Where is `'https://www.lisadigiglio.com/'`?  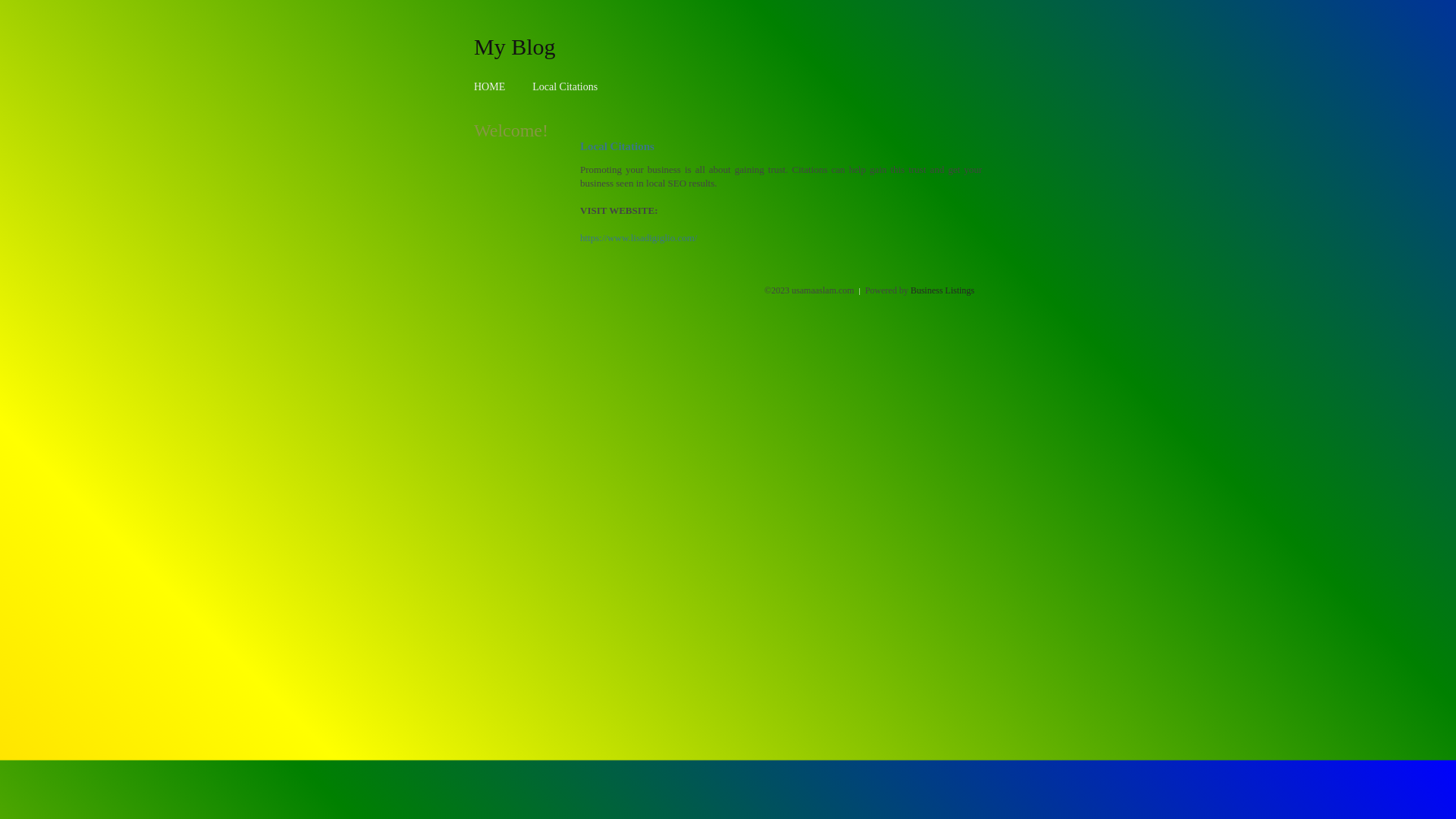 'https://www.lisadigiglio.com/' is located at coordinates (638, 237).